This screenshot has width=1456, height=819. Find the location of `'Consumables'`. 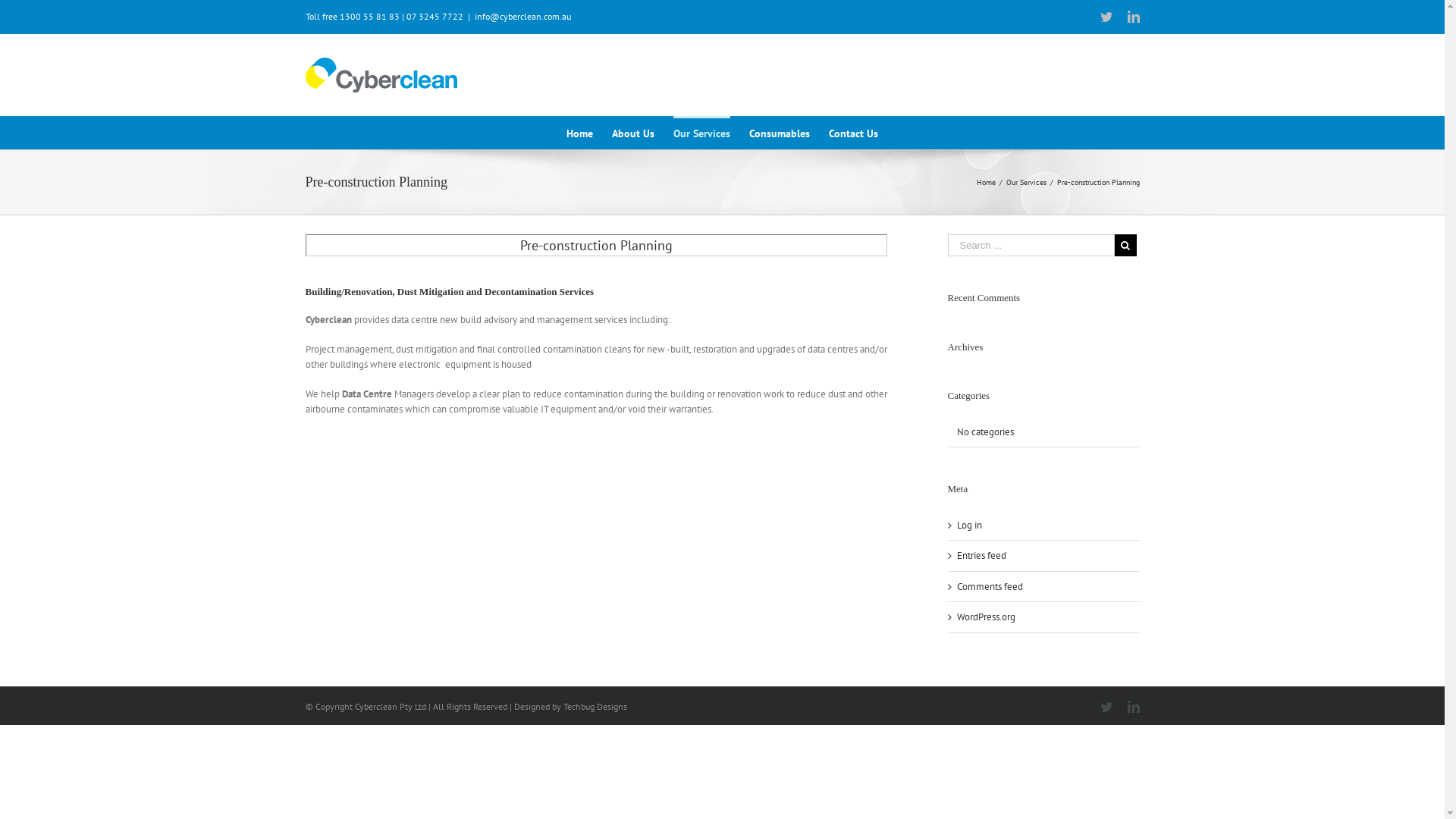

'Consumables' is located at coordinates (779, 131).